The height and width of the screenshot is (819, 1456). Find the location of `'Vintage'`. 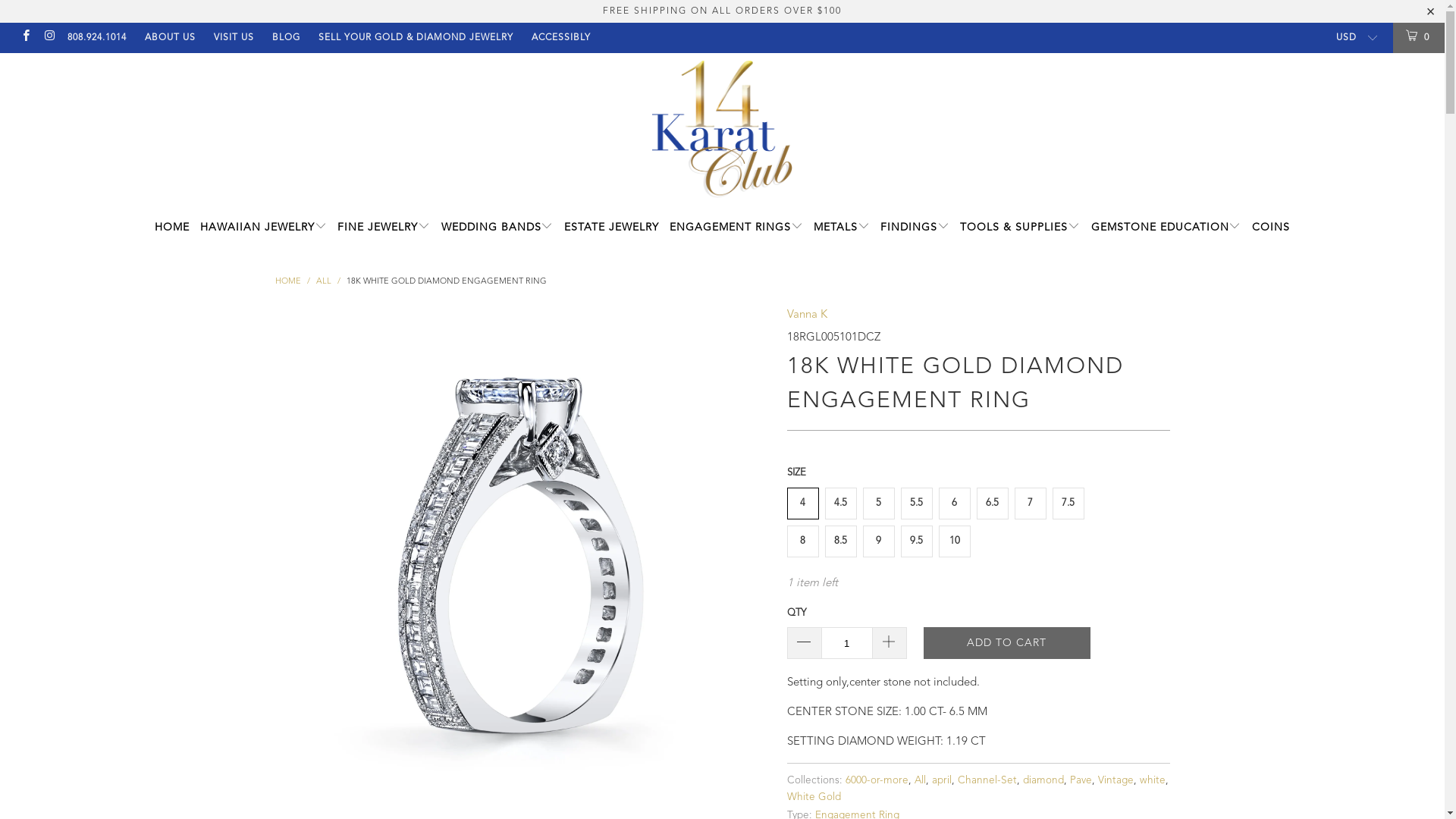

'Vintage' is located at coordinates (1116, 780).